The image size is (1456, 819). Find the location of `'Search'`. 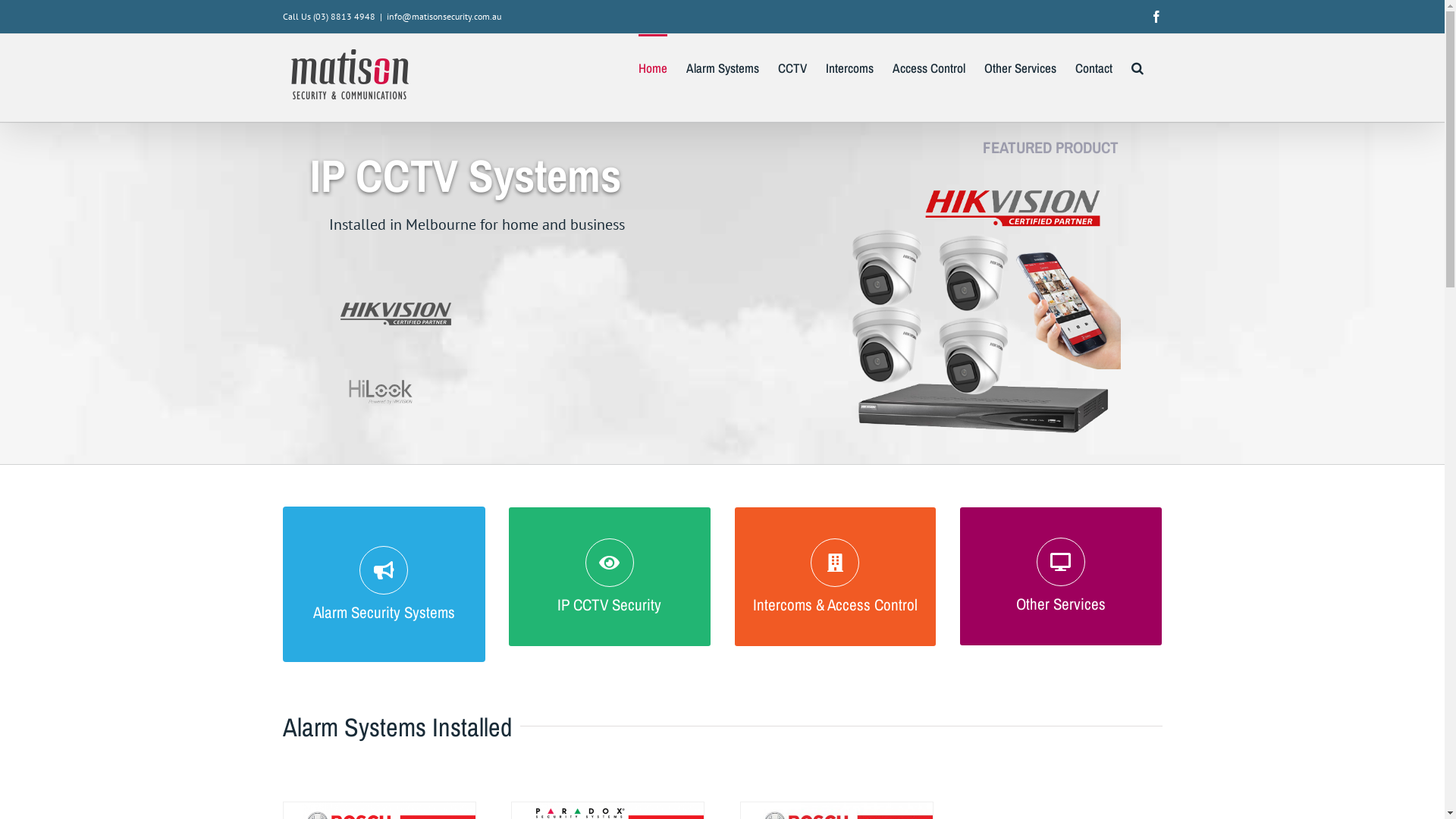

'Search' is located at coordinates (1137, 66).